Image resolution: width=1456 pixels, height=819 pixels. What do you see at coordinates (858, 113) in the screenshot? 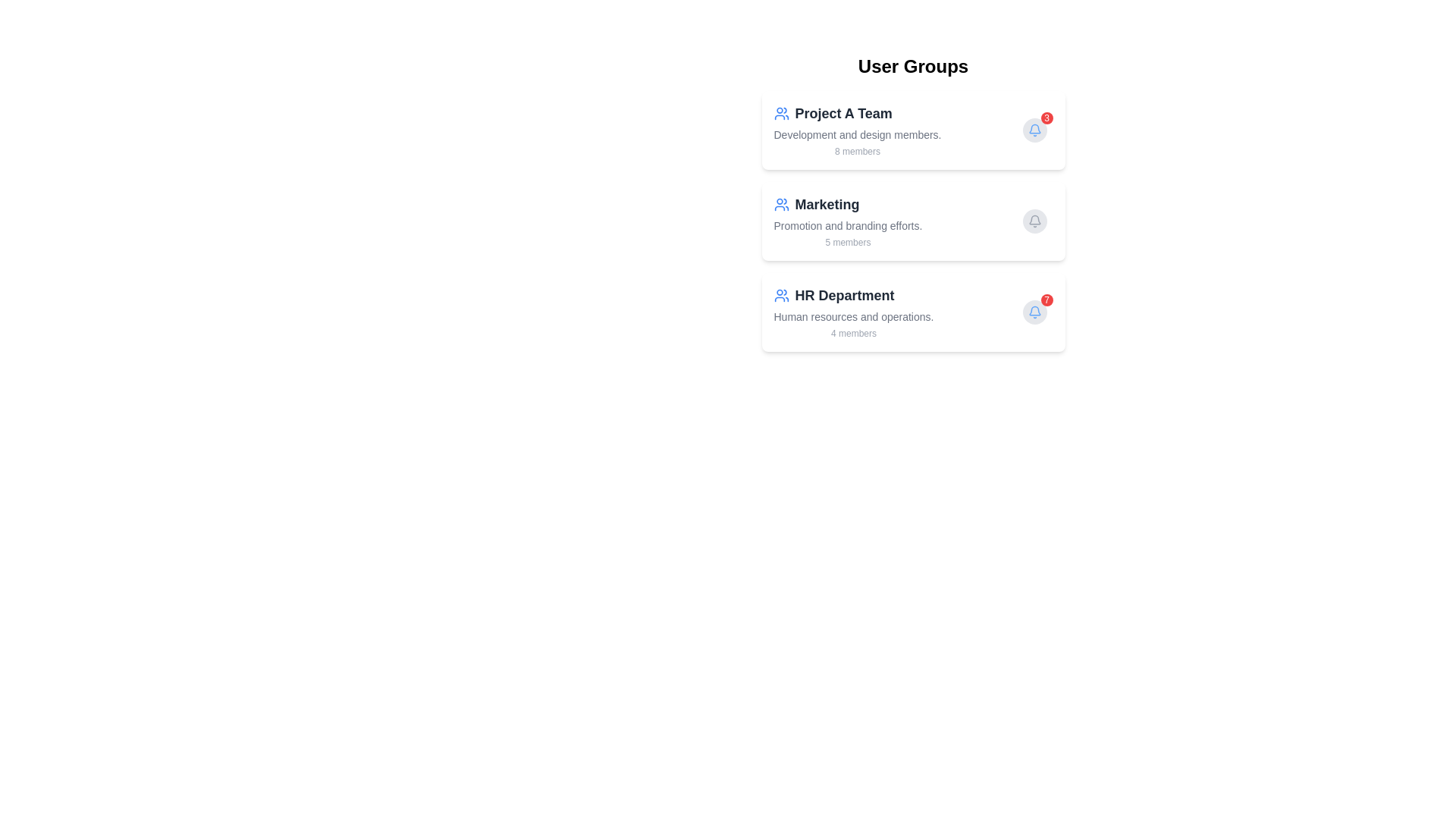
I see `the header of the group Project A Team` at bounding box center [858, 113].